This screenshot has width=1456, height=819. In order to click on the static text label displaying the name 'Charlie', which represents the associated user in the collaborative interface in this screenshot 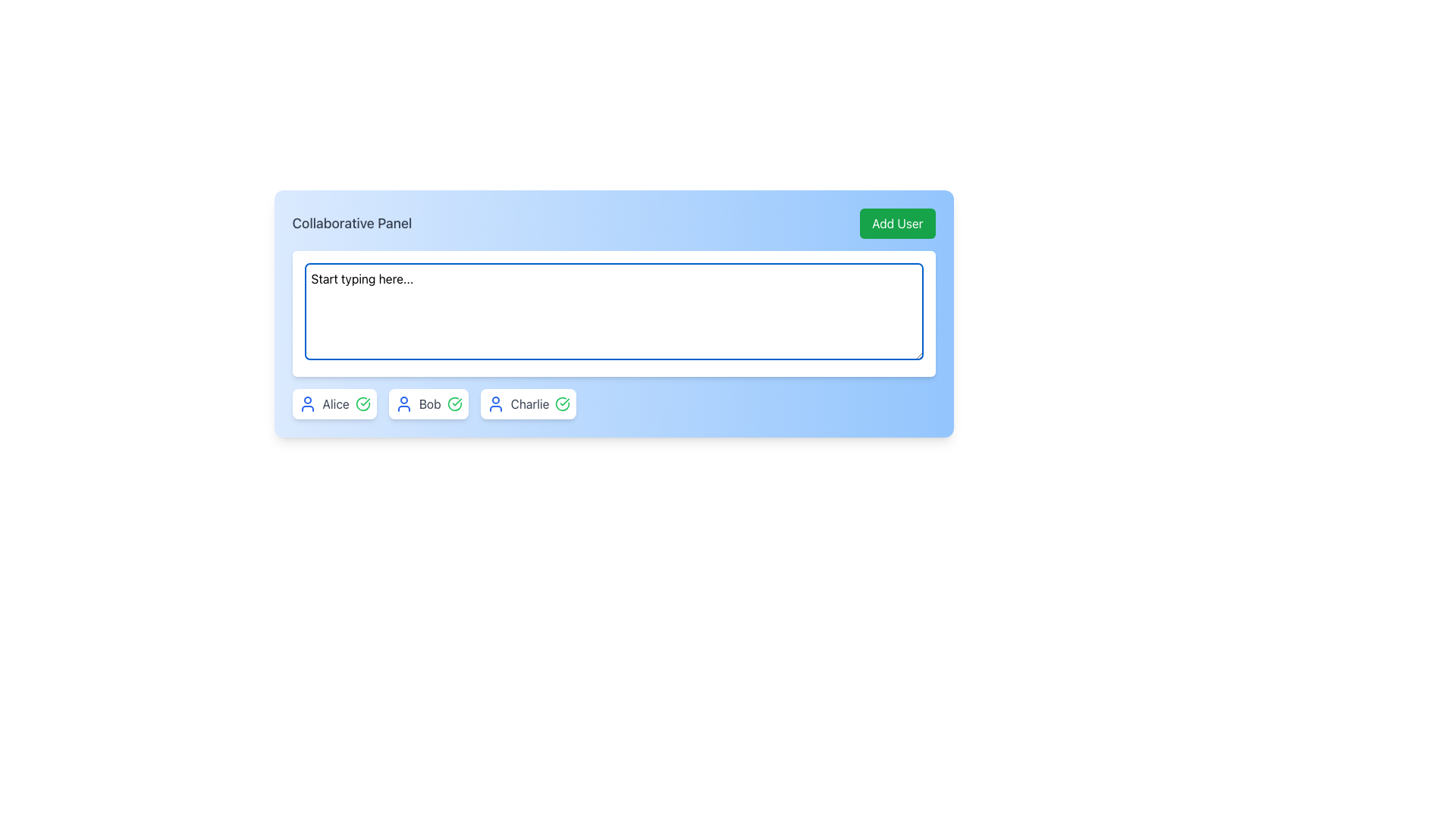, I will do `click(530, 403)`.